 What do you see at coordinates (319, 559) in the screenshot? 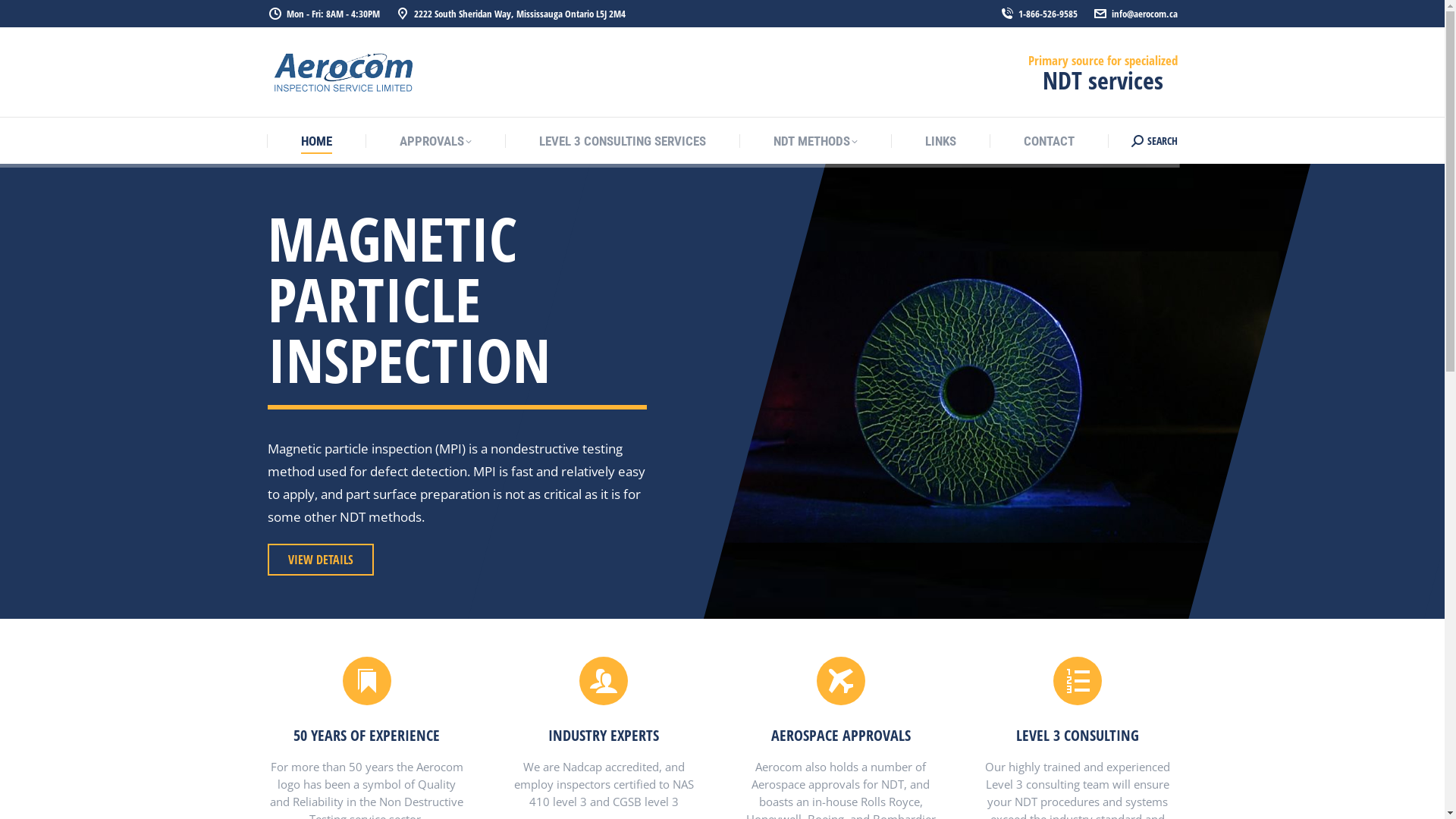
I see `'VIEW DETAILS'` at bounding box center [319, 559].